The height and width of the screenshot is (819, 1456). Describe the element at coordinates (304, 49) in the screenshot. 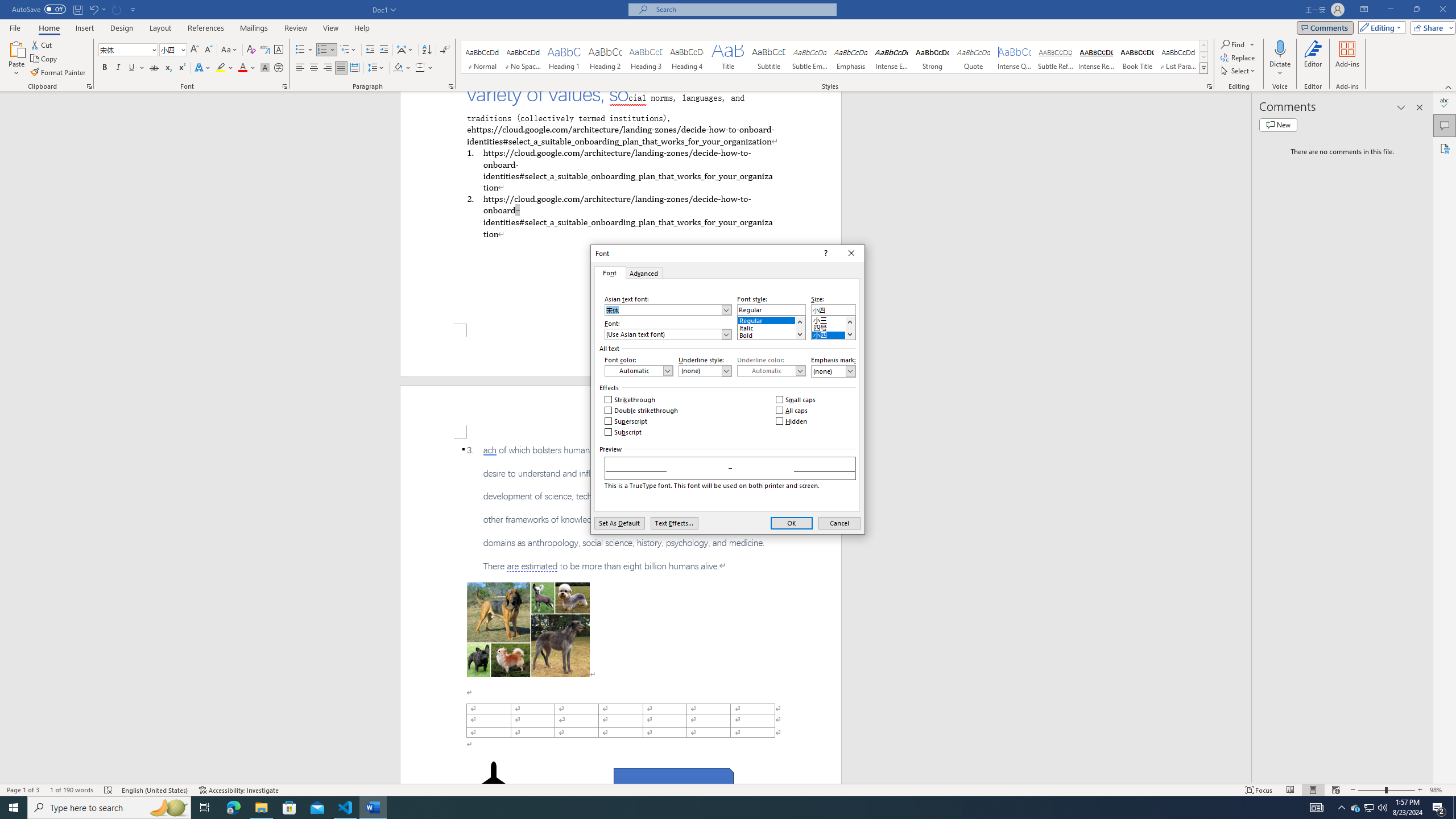

I see `'Bullets'` at that location.